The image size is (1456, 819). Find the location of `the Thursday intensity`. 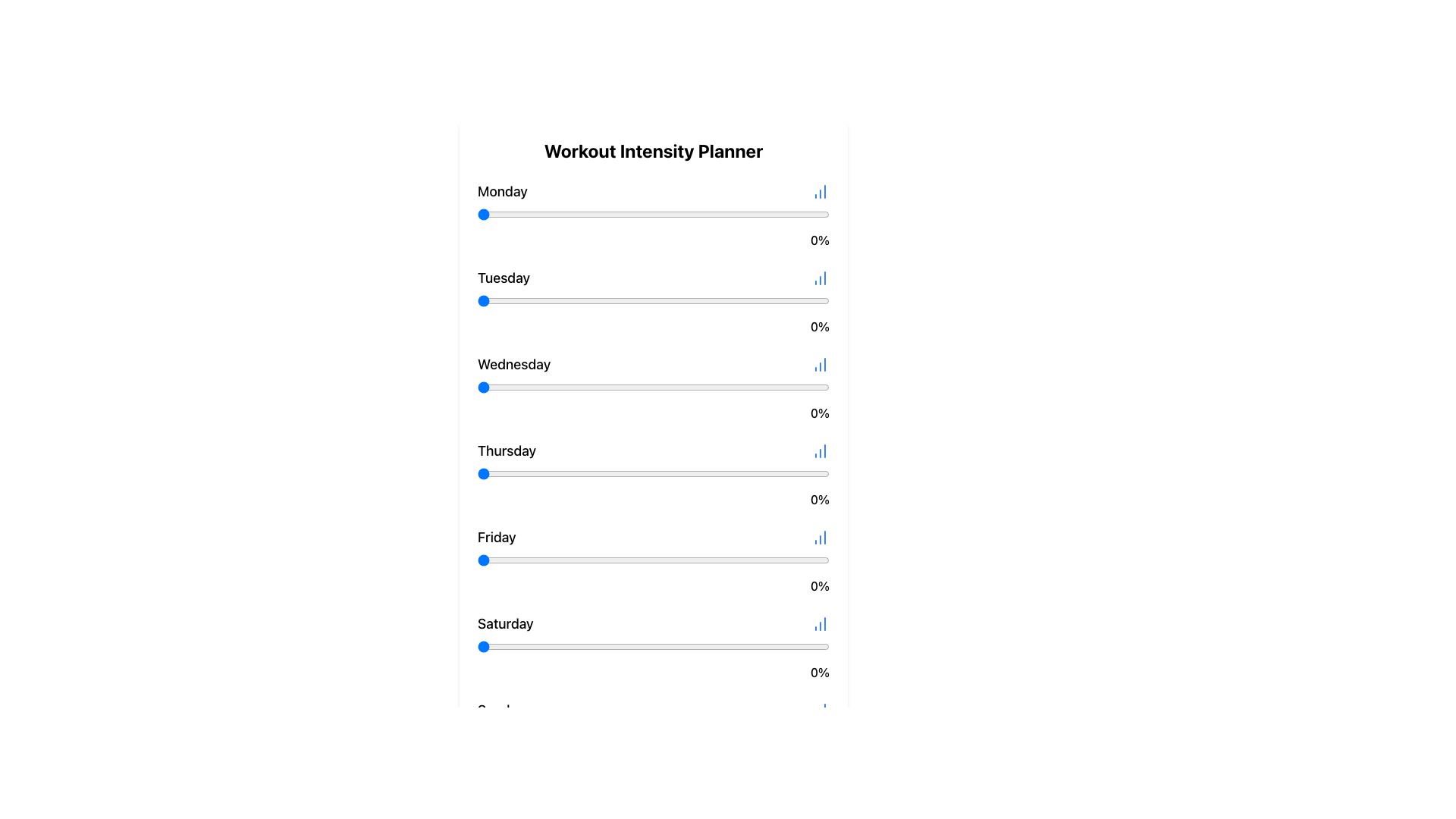

the Thursday intensity is located at coordinates (488, 472).